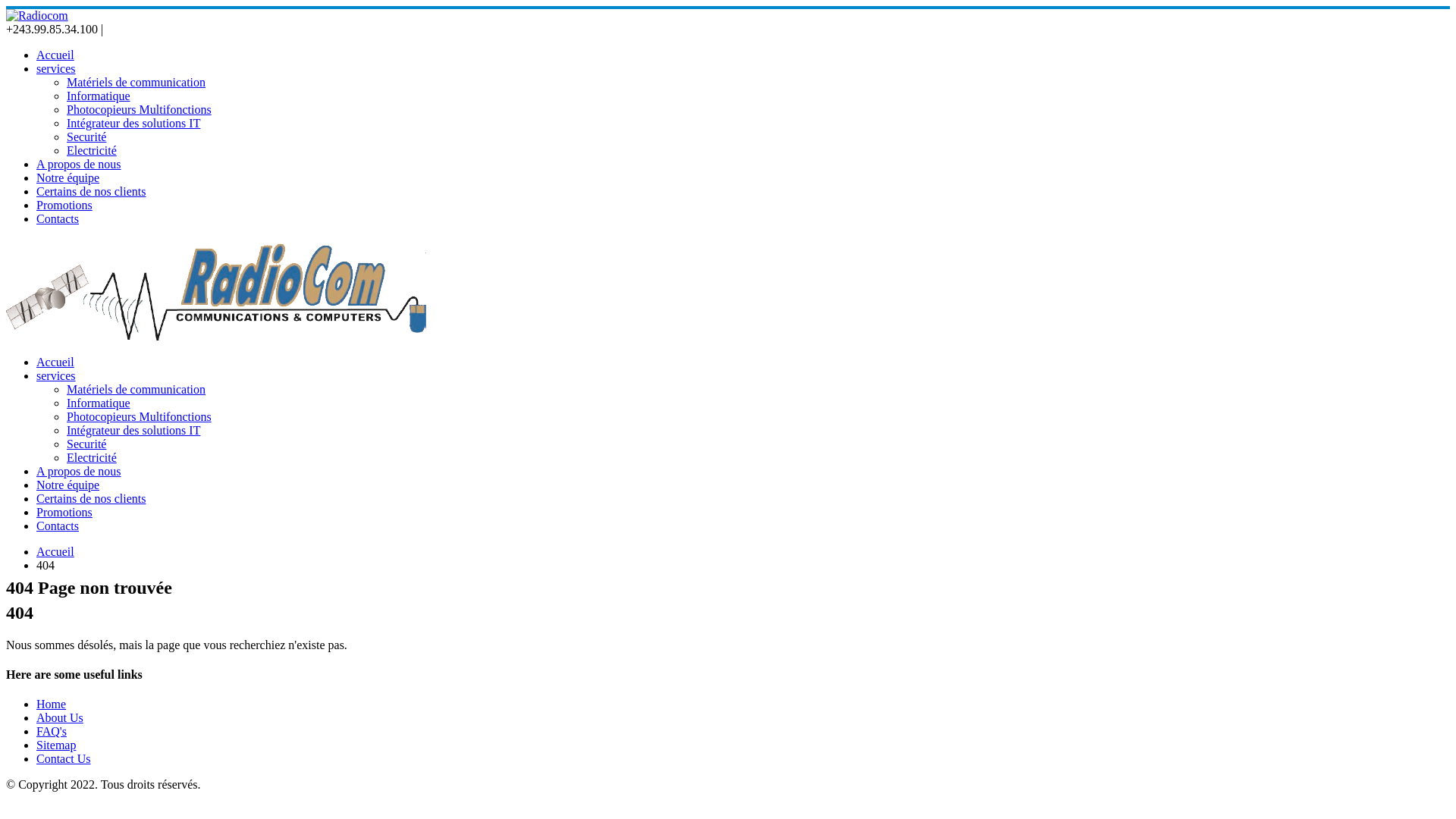  Describe the element at coordinates (36, 525) in the screenshot. I see `'Contacts'` at that location.